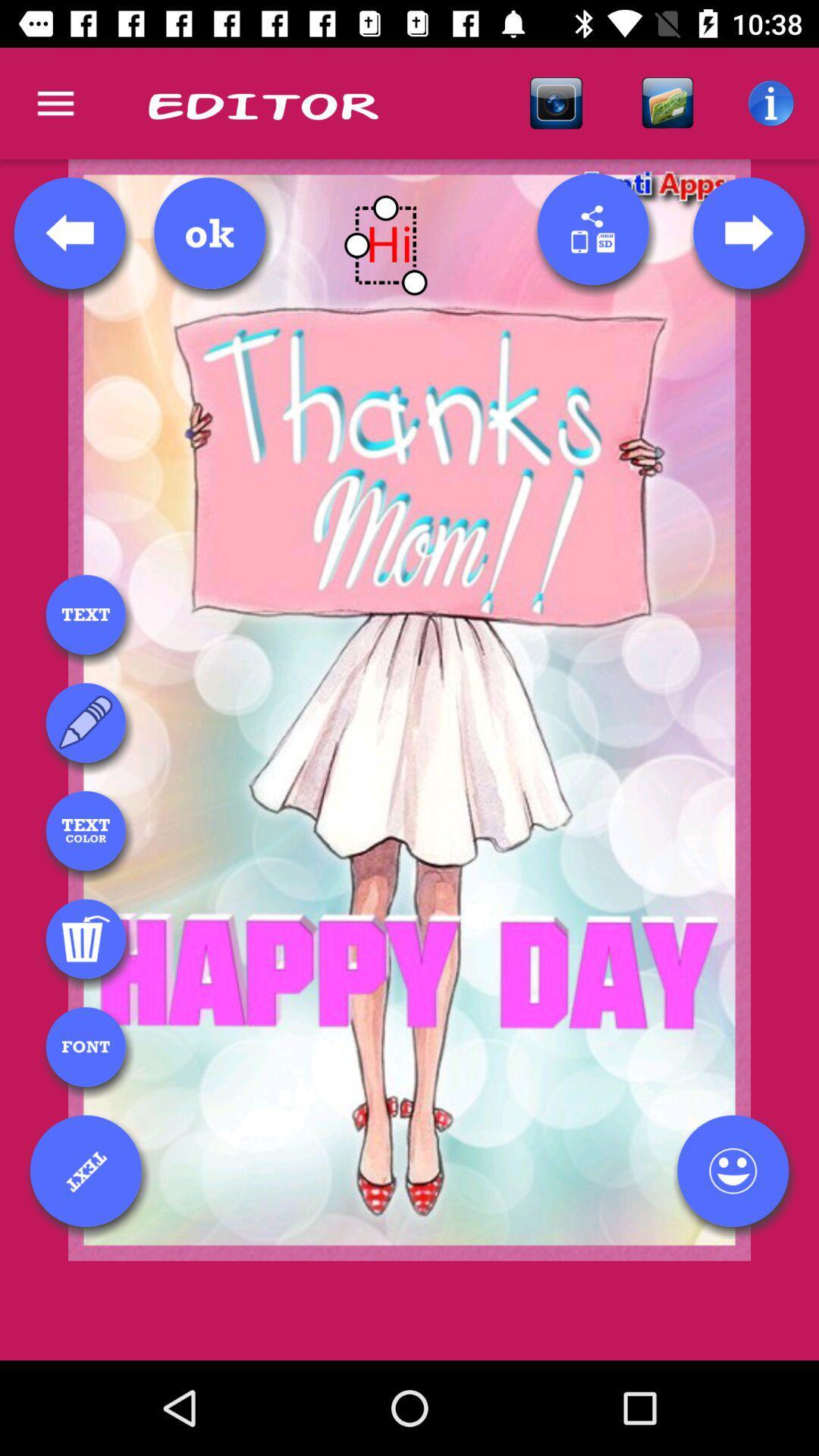 This screenshot has height=1456, width=819. What do you see at coordinates (86, 1046) in the screenshot?
I see `font type` at bounding box center [86, 1046].